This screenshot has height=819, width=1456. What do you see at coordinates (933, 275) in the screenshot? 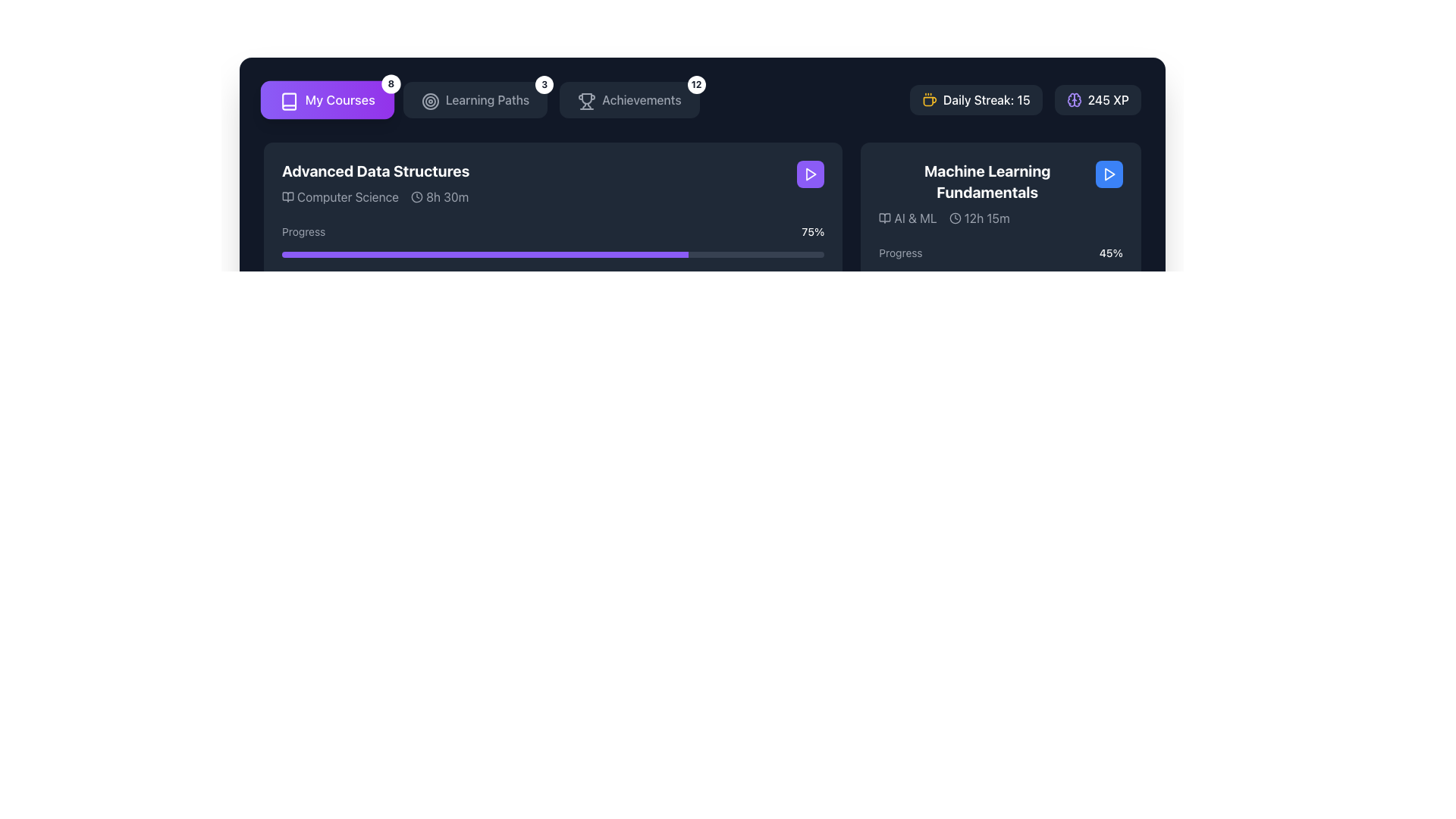
I see `the progression of the blue horizontally-oriented progress bar located below the 'Progress' label in the 'Machine Learning Fundamentals' card` at bounding box center [933, 275].